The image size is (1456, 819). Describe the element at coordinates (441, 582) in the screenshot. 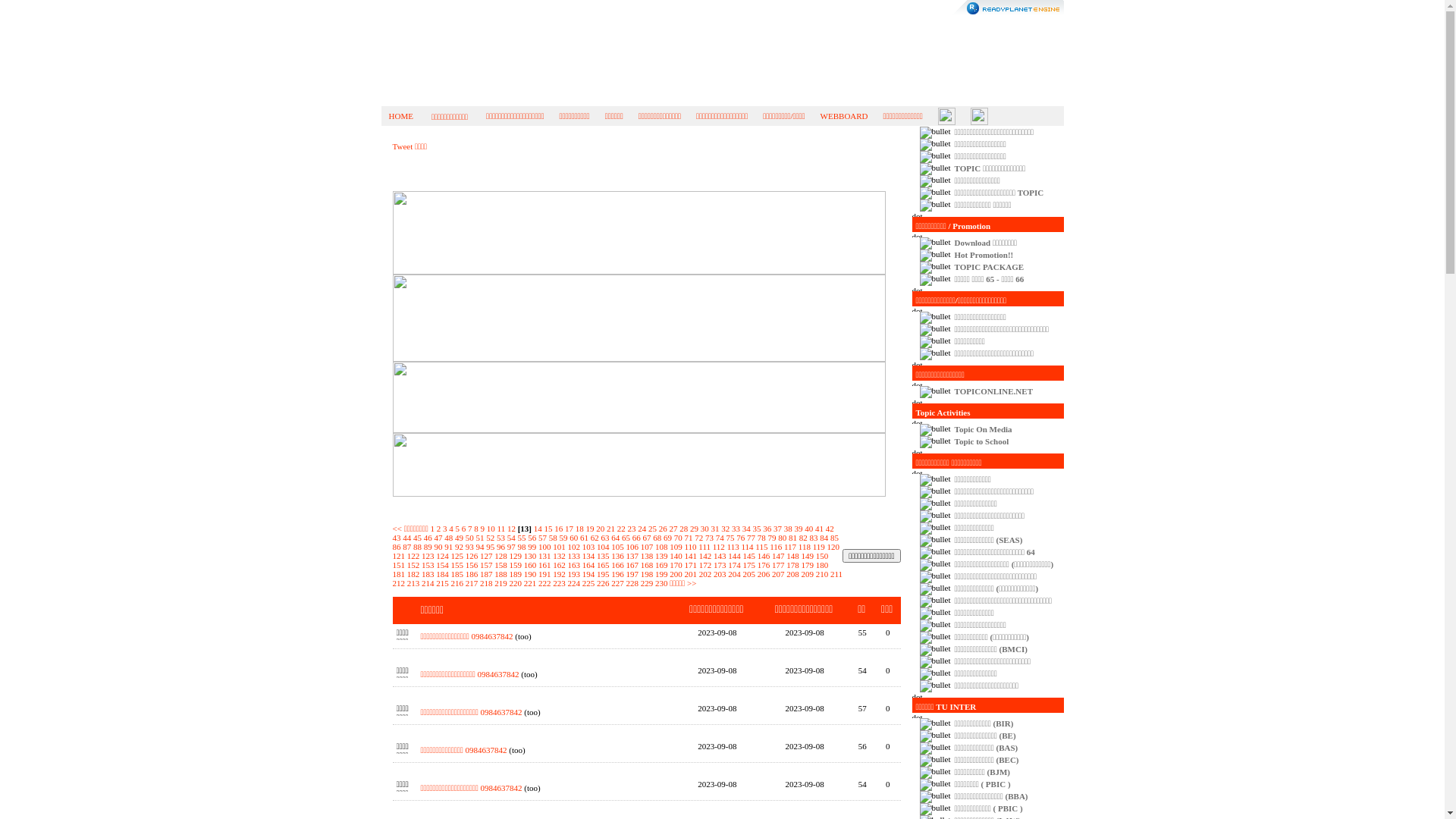

I see `'215'` at that location.